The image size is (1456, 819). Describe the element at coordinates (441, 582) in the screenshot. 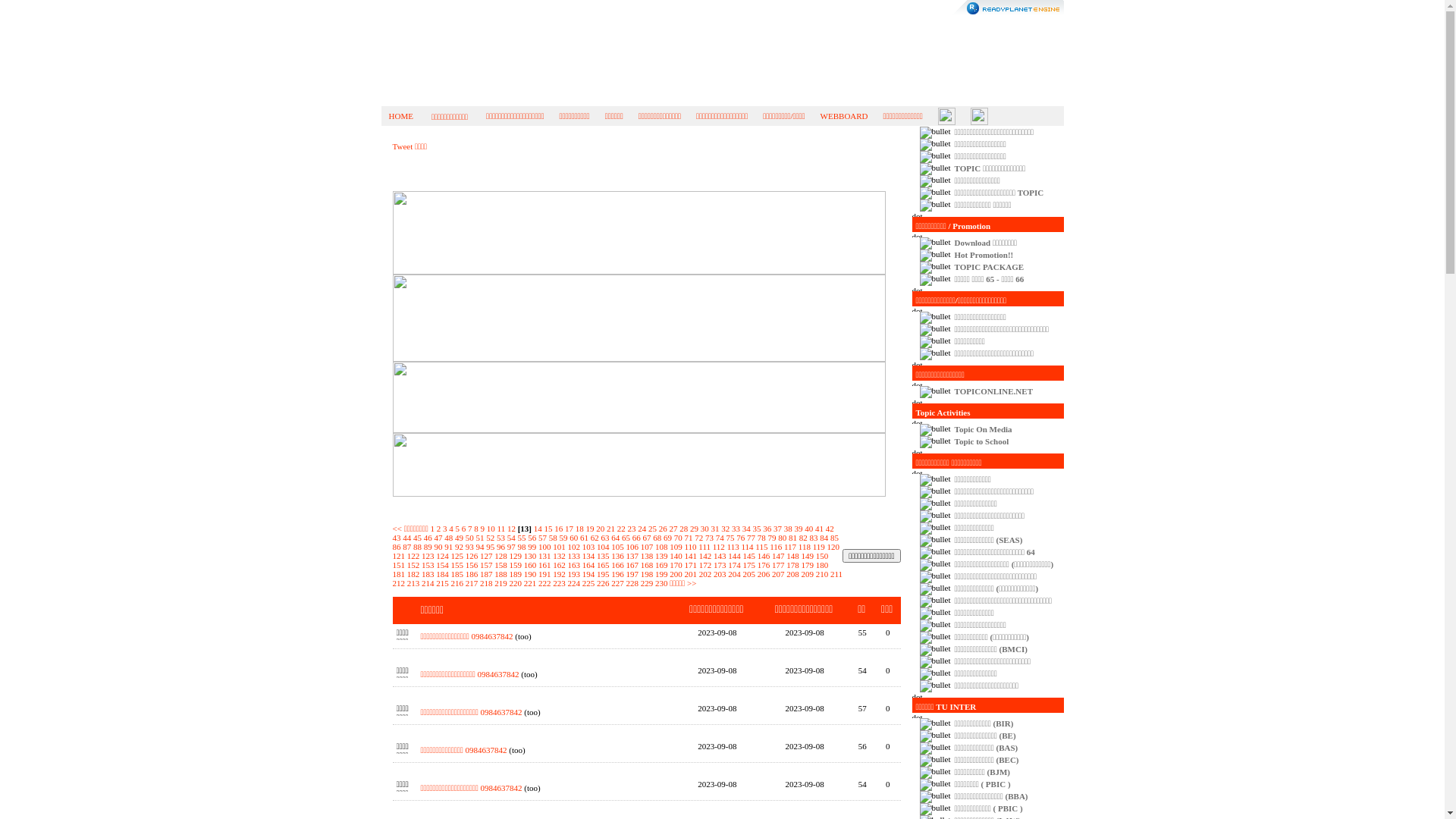

I see `'215'` at that location.